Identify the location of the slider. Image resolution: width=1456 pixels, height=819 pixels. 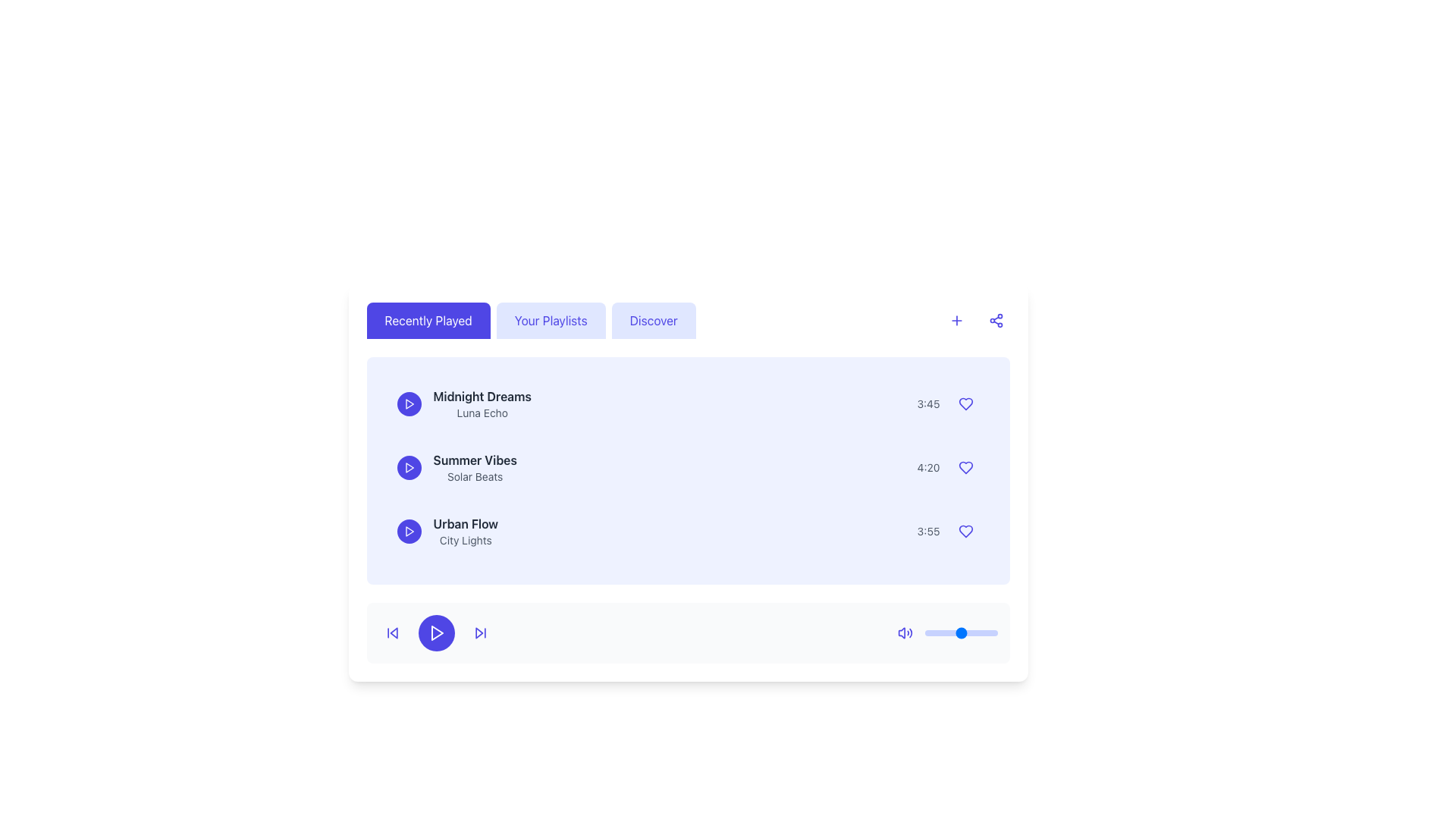
(971, 632).